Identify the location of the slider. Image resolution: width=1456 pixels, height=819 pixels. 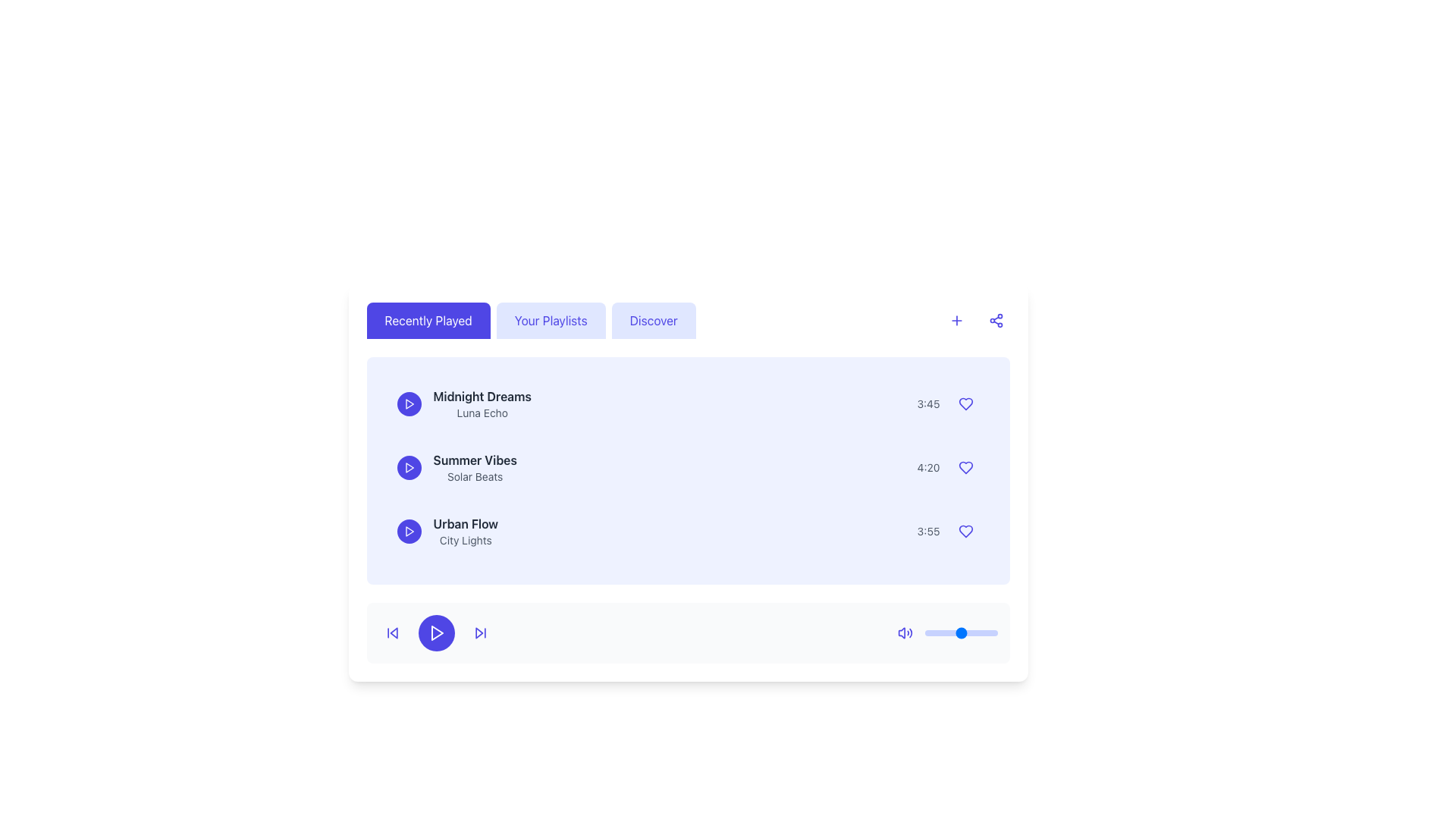
(971, 632).